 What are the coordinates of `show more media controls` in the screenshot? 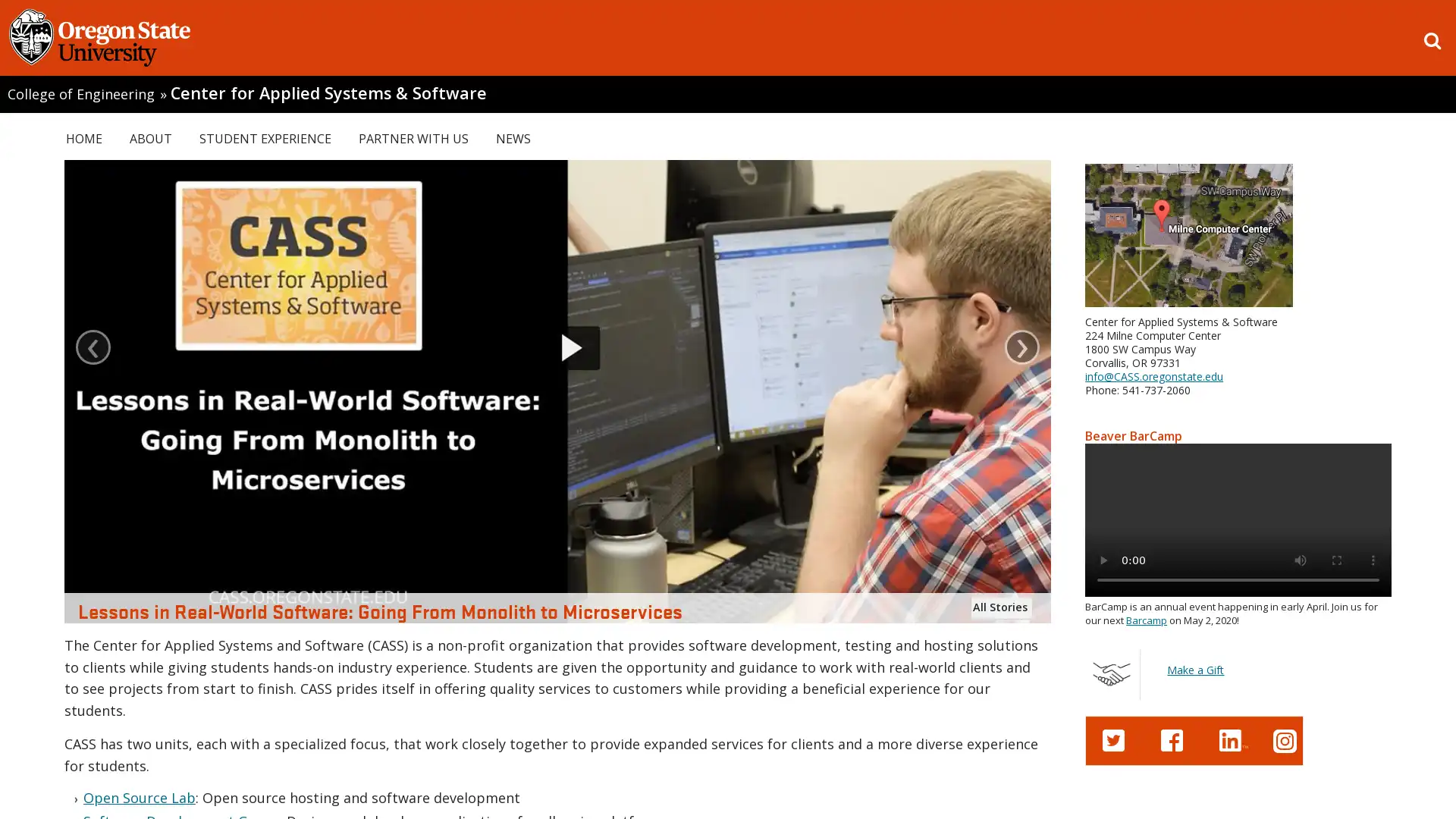 It's located at (1372, 559).